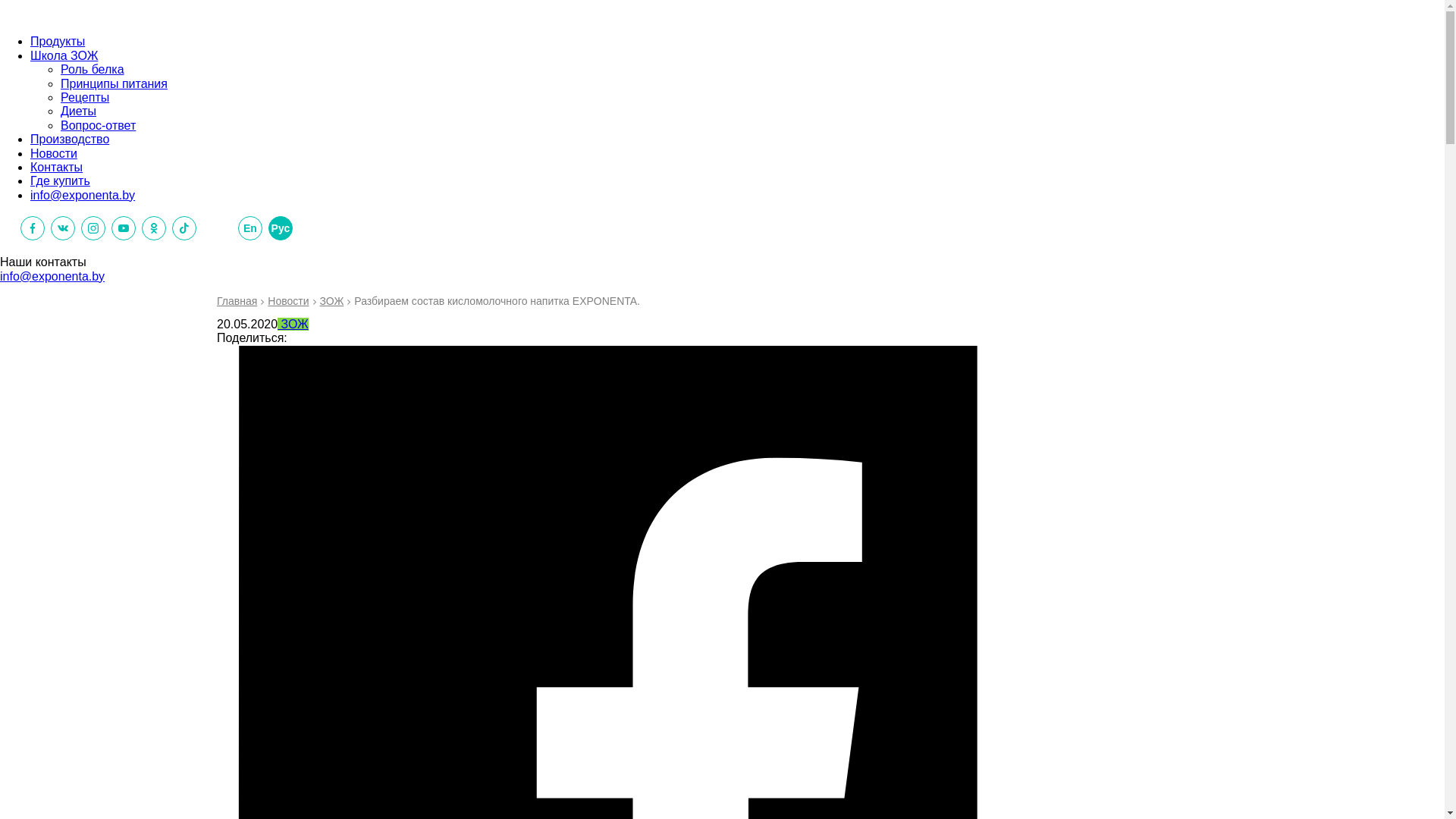 This screenshot has width=1456, height=819. Describe the element at coordinates (52, 276) in the screenshot. I see `'info@exponenta.by'` at that location.